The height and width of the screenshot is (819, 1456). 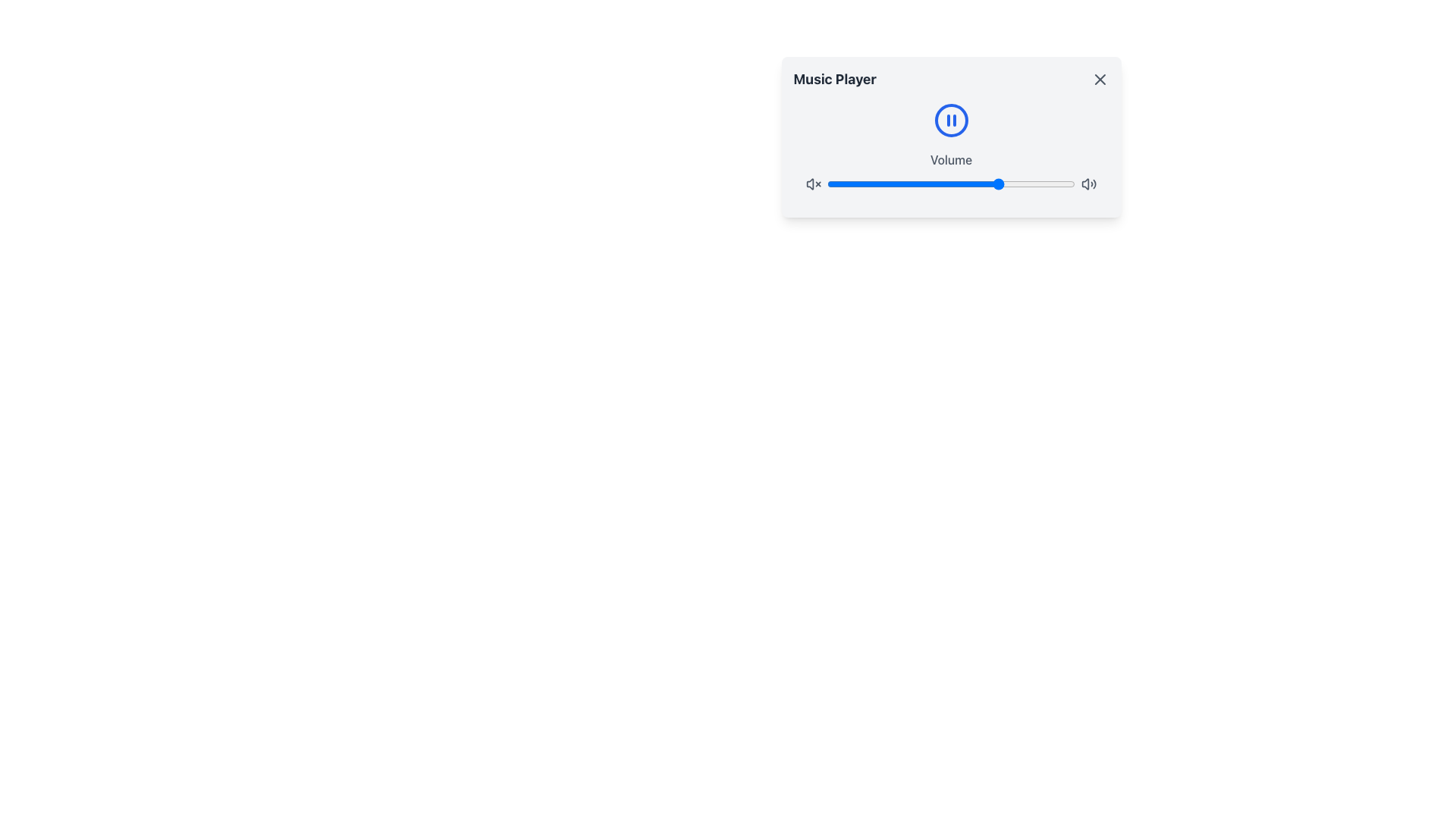 What do you see at coordinates (1006, 184) in the screenshot?
I see `the volume` at bounding box center [1006, 184].